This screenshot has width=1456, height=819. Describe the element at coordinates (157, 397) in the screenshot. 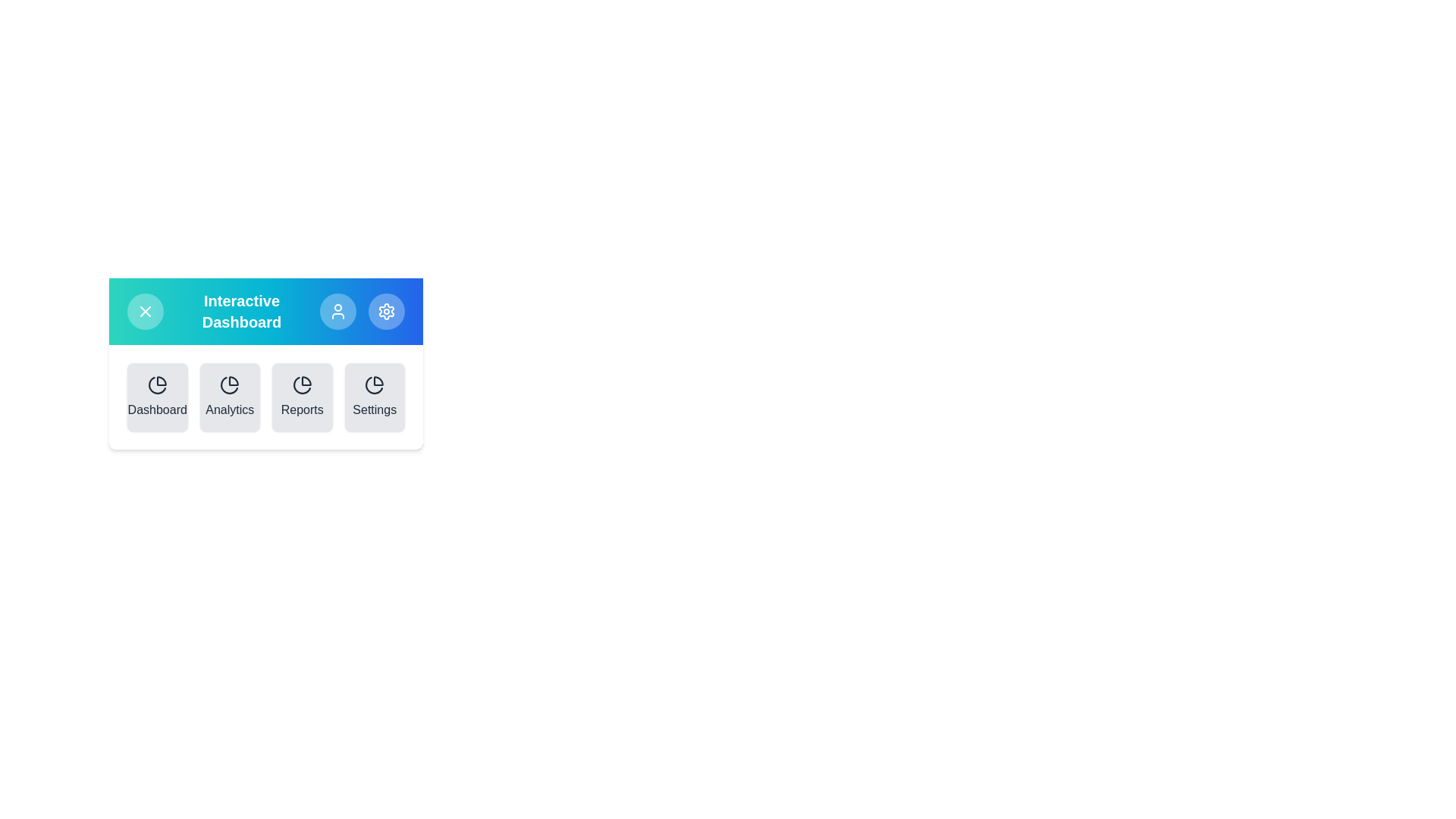

I see `the 'Dashboard' button to navigate to the Dashboard section` at that location.